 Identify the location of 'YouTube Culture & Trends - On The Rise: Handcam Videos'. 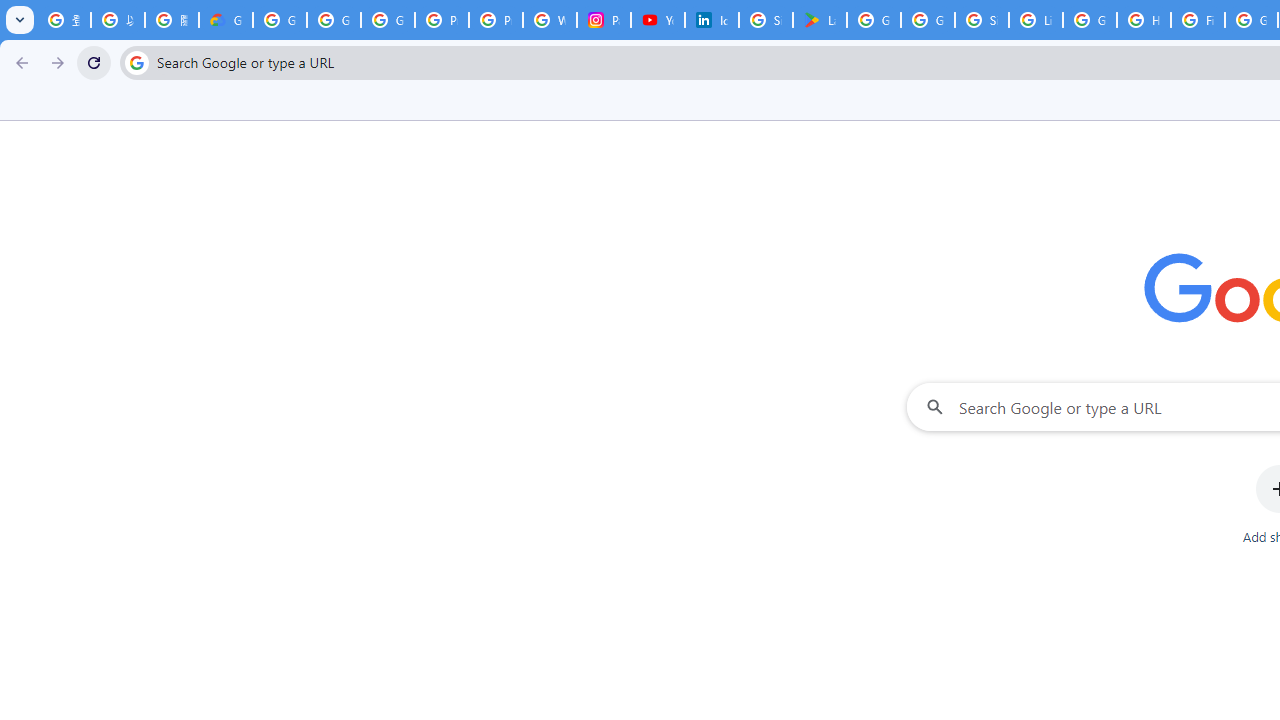
(657, 20).